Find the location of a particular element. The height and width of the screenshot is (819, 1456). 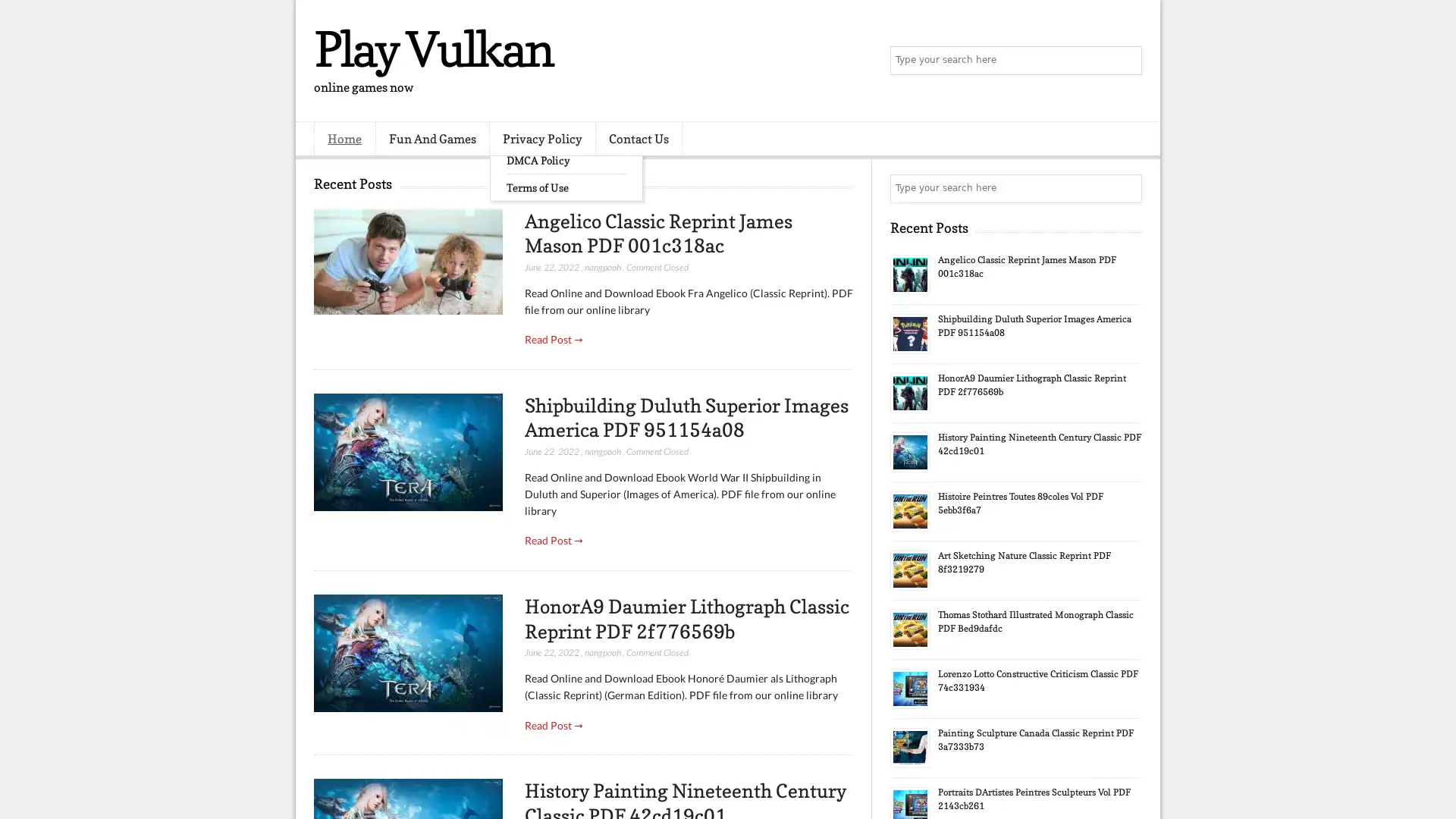

Search is located at coordinates (1126, 188).